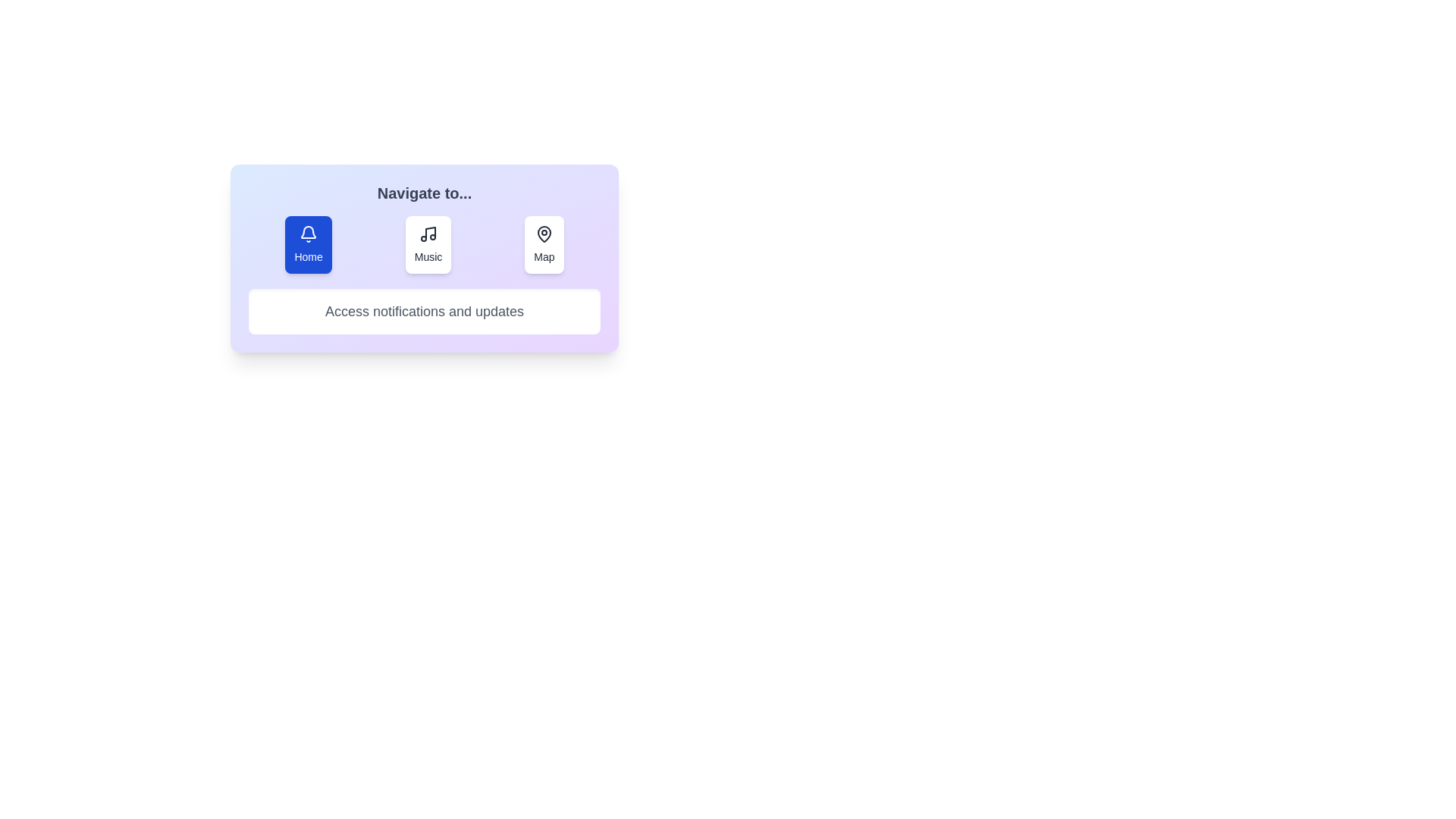 The height and width of the screenshot is (819, 1456). What do you see at coordinates (425, 311) in the screenshot?
I see `the description text displayed below the tabs for the active tab` at bounding box center [425, 311].